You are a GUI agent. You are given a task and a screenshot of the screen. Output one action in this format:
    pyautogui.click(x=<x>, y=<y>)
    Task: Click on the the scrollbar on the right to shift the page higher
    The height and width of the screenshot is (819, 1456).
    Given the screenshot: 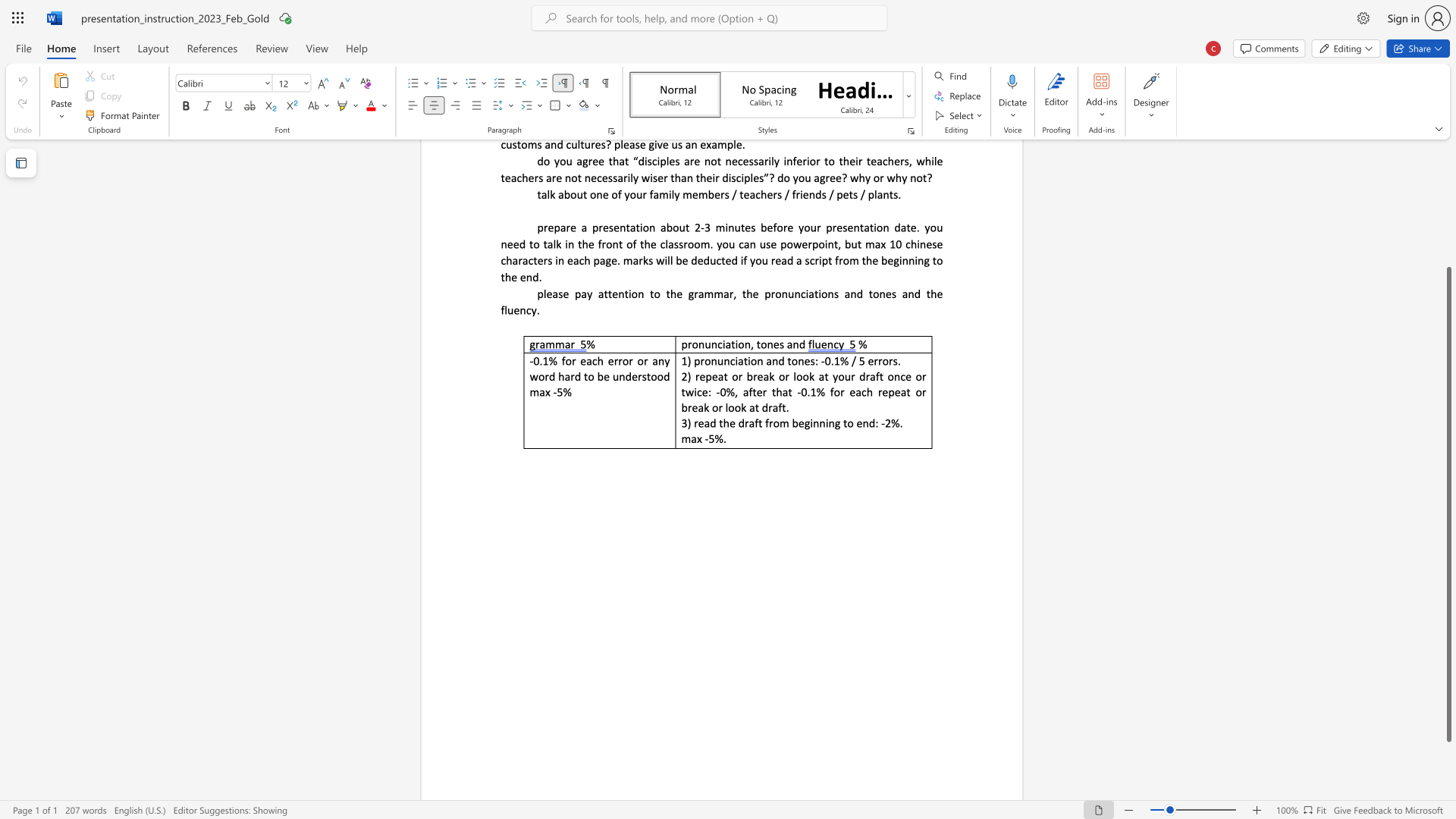 What is the action you would take?
    pyautogui.click(x=1448, y=166)
    